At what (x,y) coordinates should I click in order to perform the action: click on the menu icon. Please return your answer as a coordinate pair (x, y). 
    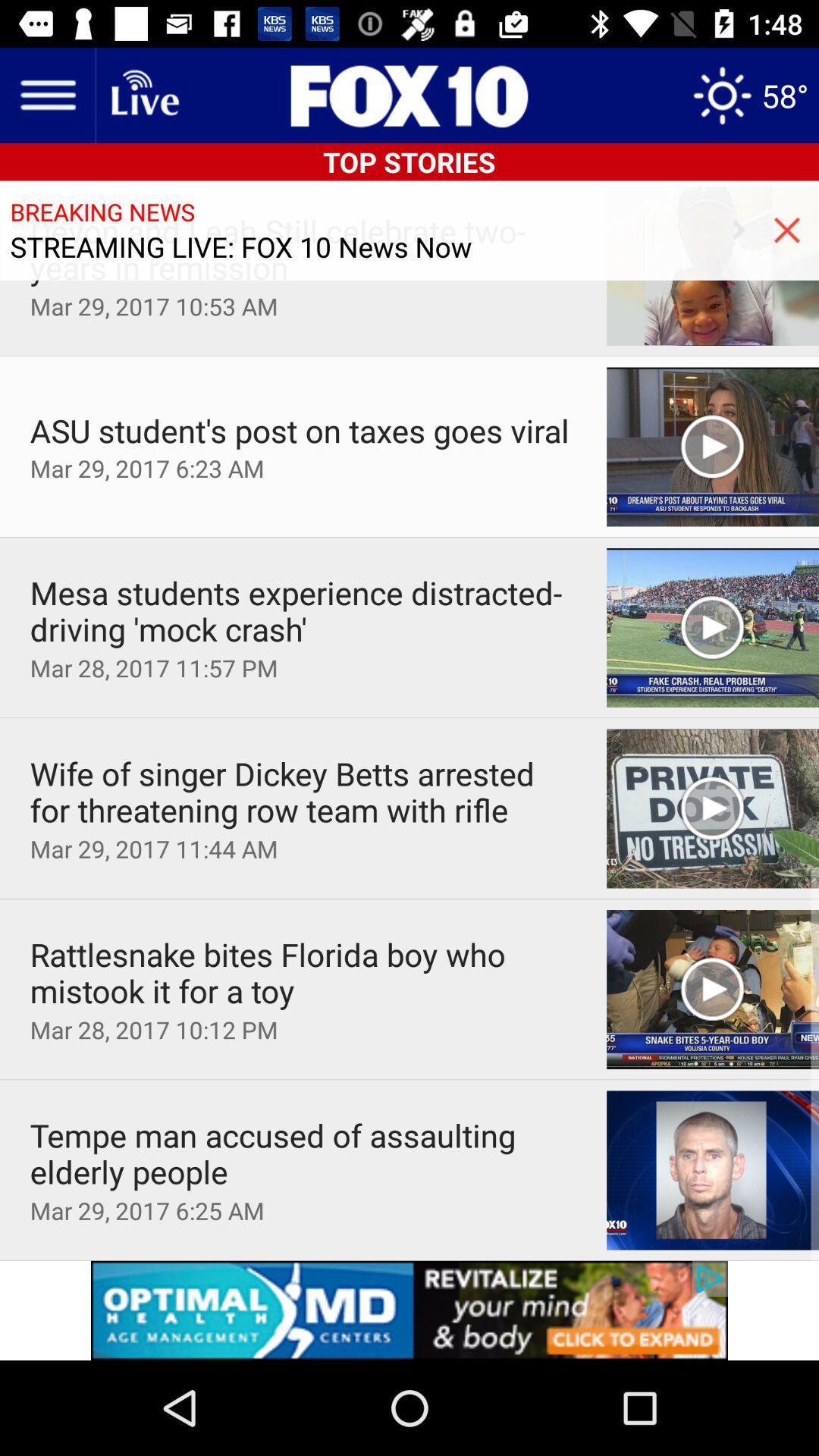
    Looking at the image, I should click on (46, 94).